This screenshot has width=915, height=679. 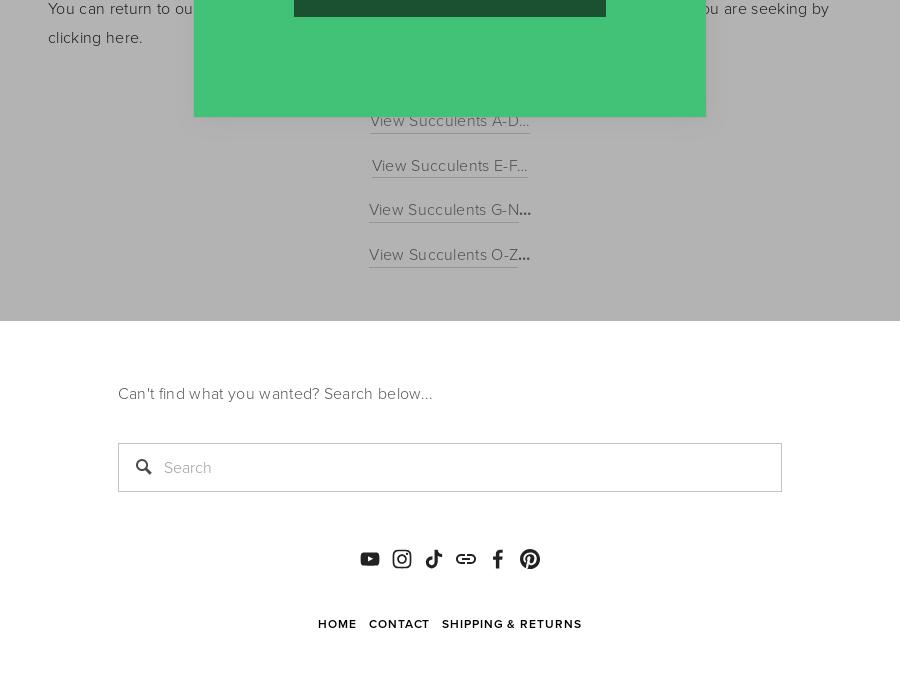 I want to click on 'View Succulents G-N', so click(x=443, y=208).